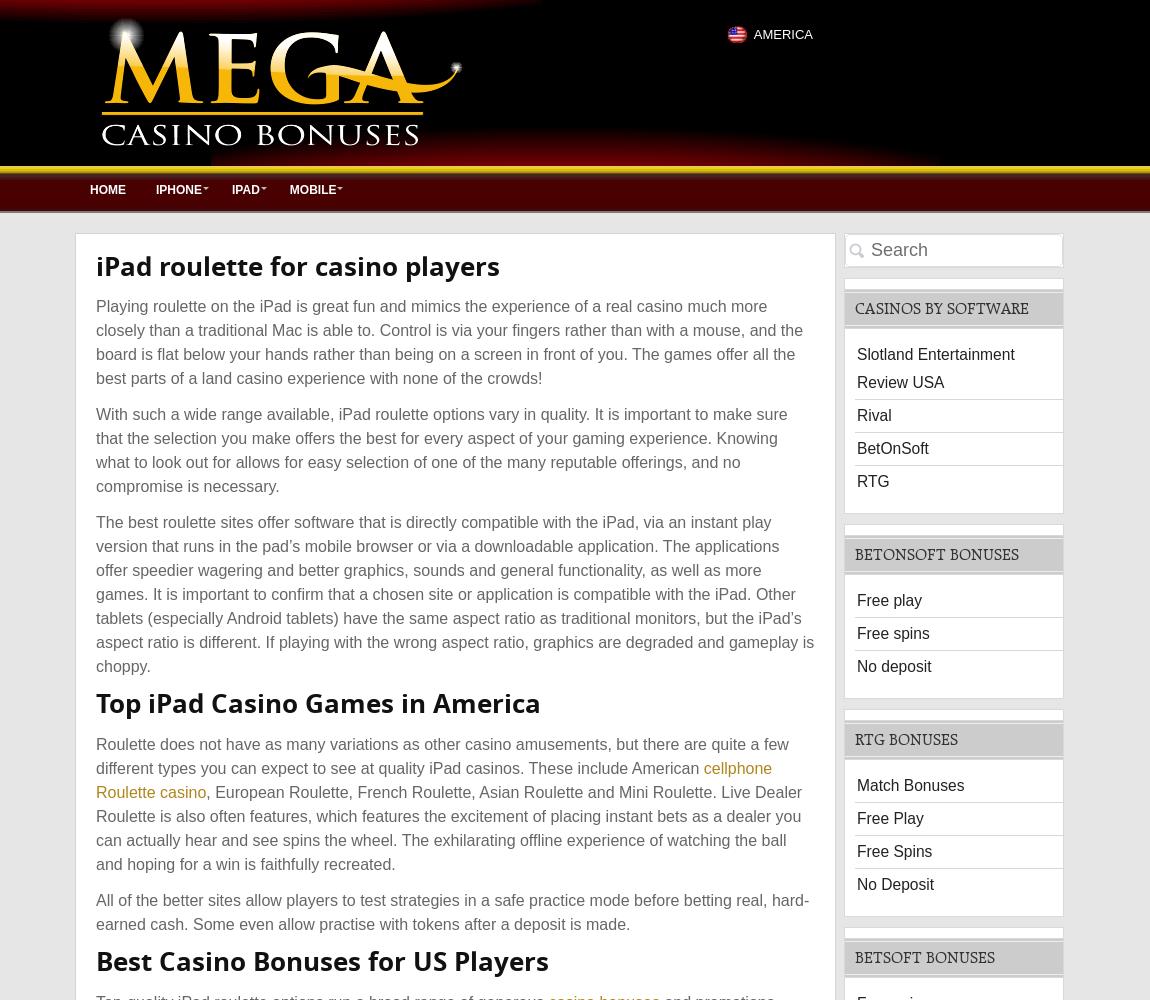 Image resolution: width=1150 pixels, height=1000 pixels. What do you see at coordinates (910, 784) in the screenshot?
I see `'Match Bonuses'` at bounding box center [910, 784].